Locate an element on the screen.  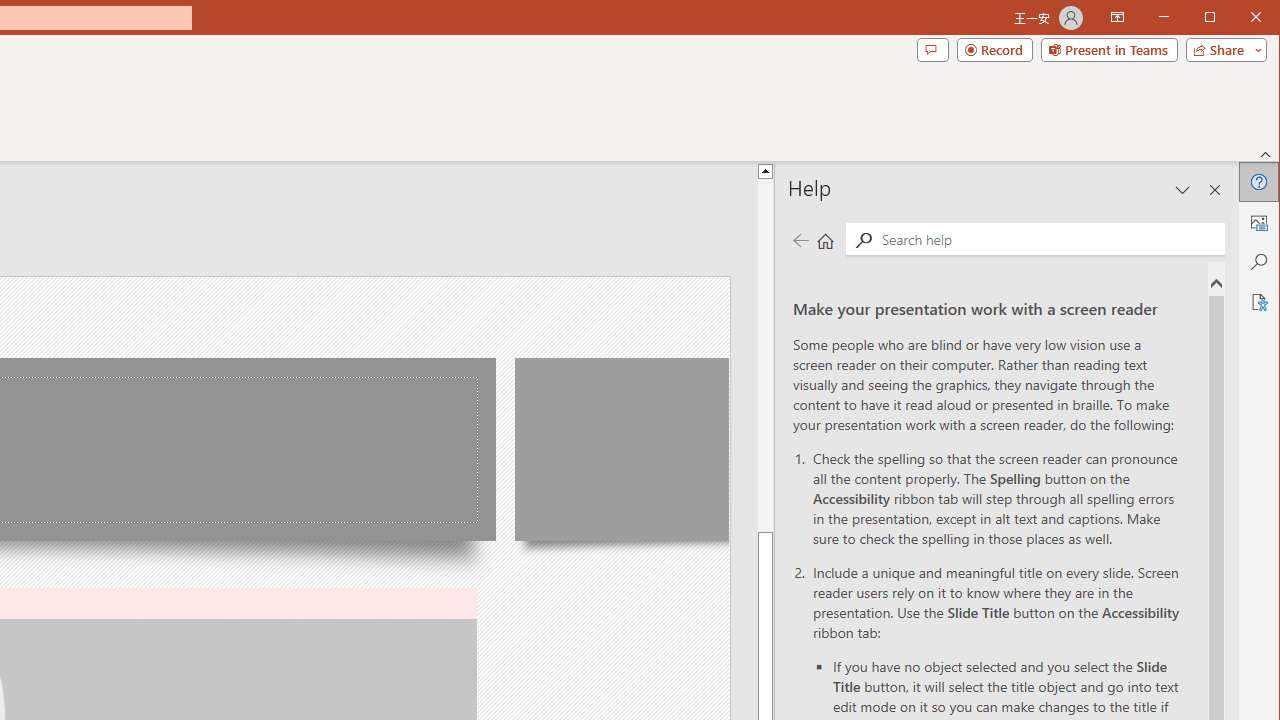
'Alt Text' is located at coordinates (1257, 222).